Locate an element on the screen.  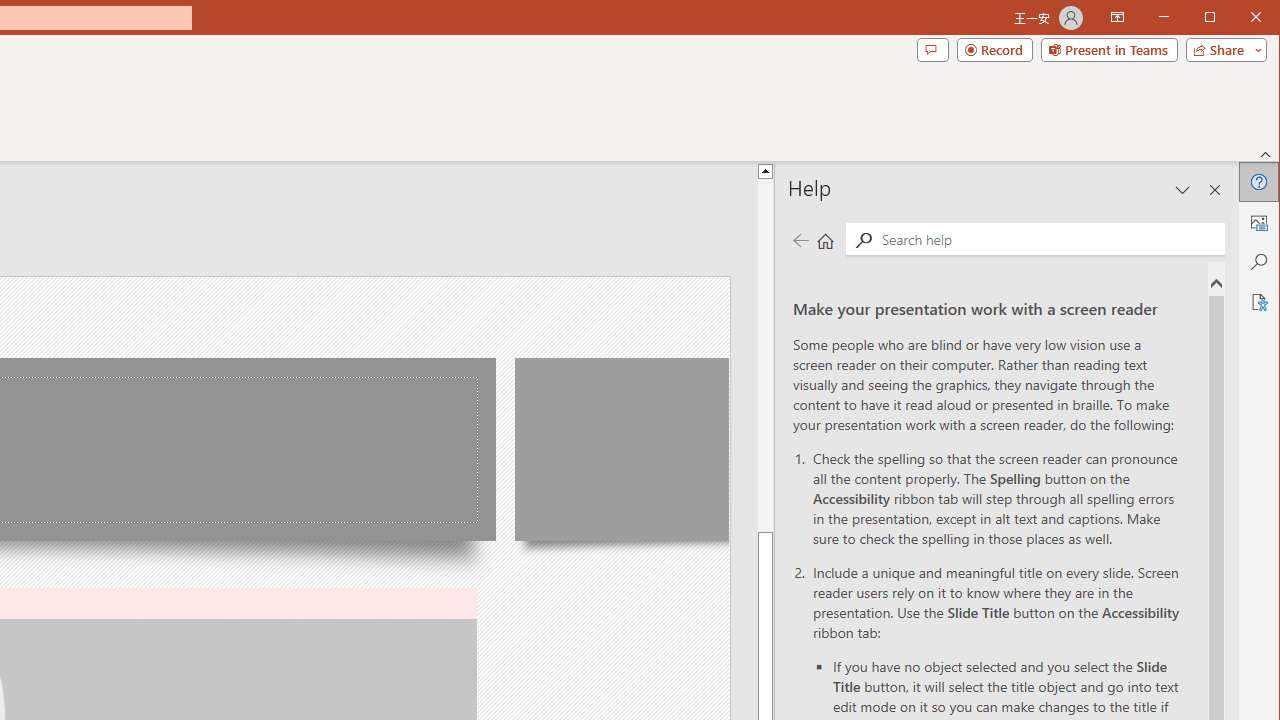
'Alt Text' is located at coordinates (1257, 222).